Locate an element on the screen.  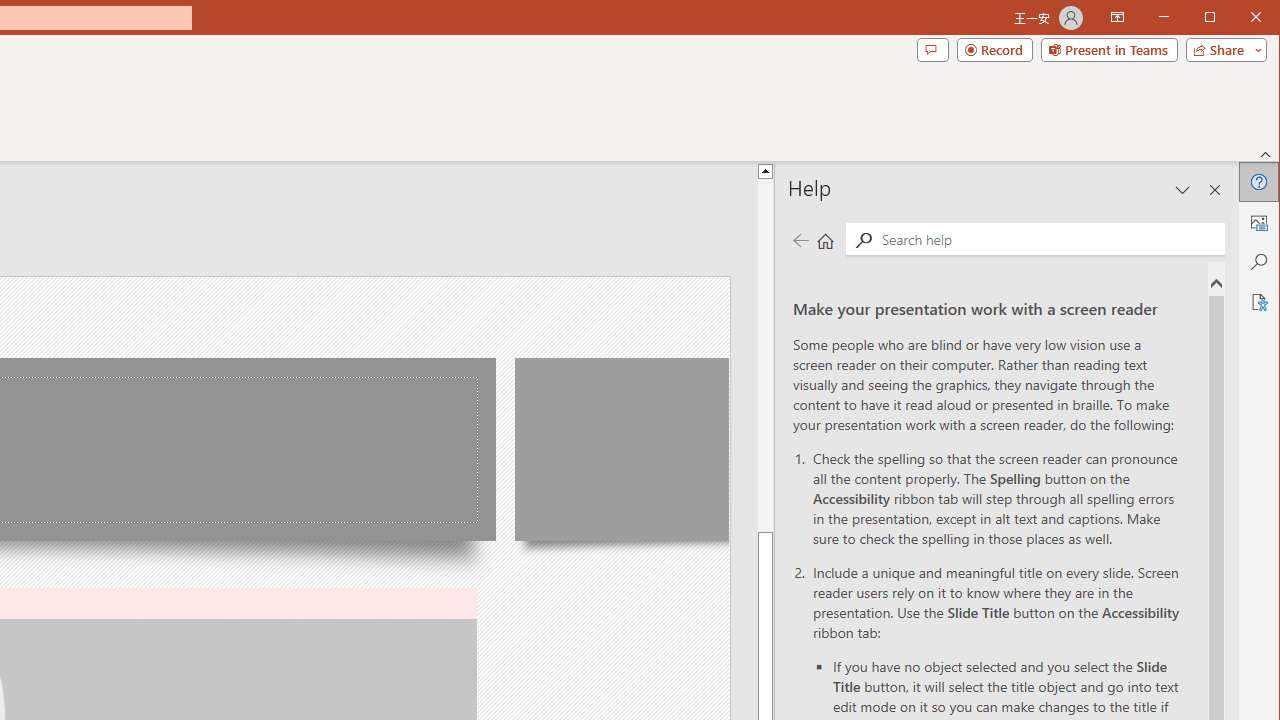
'Alt Text' is located at coordinates (1257, 222).